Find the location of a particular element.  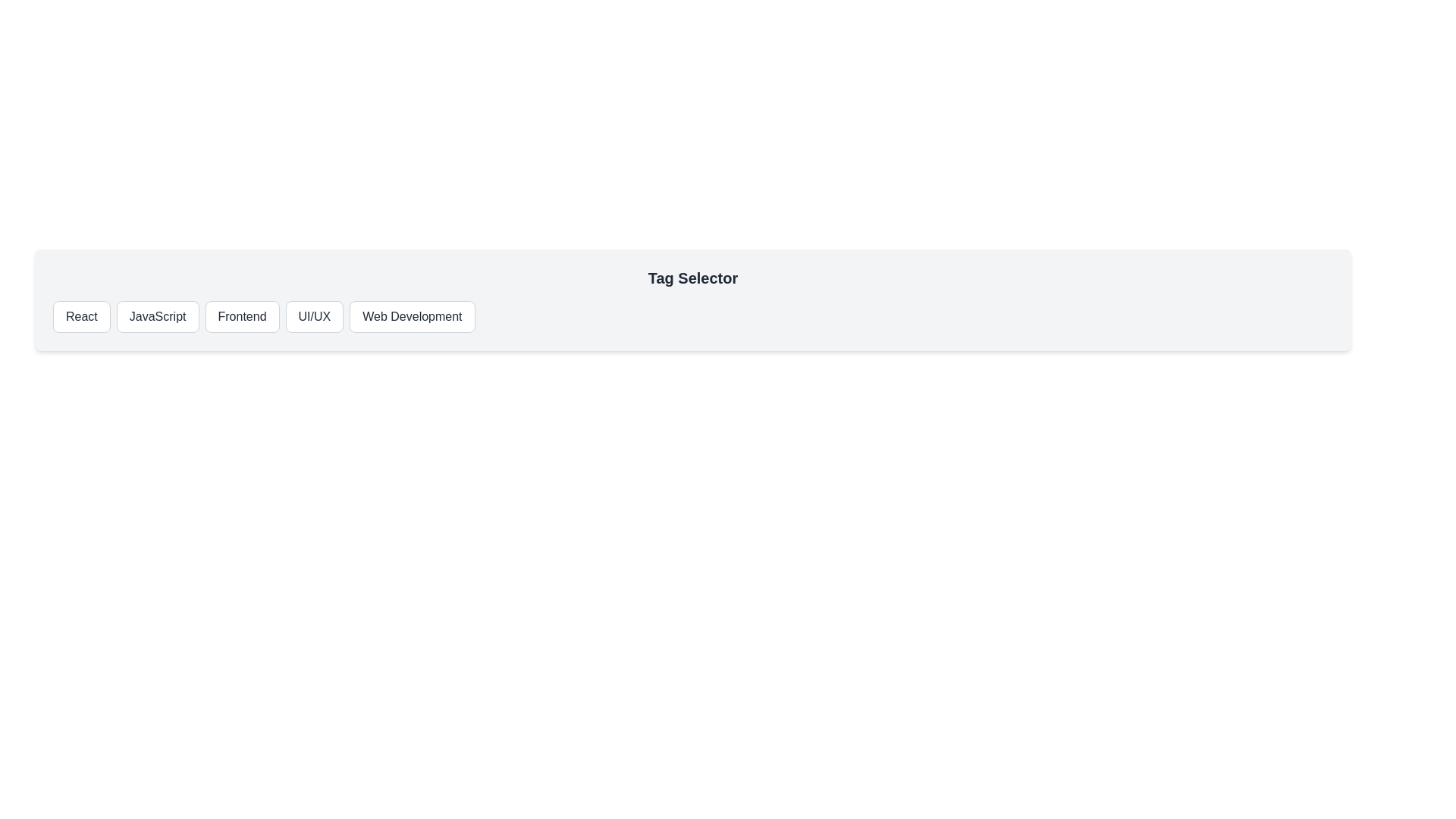

the Web Development button to observe the hover effect is located at coordinates (412, 315).